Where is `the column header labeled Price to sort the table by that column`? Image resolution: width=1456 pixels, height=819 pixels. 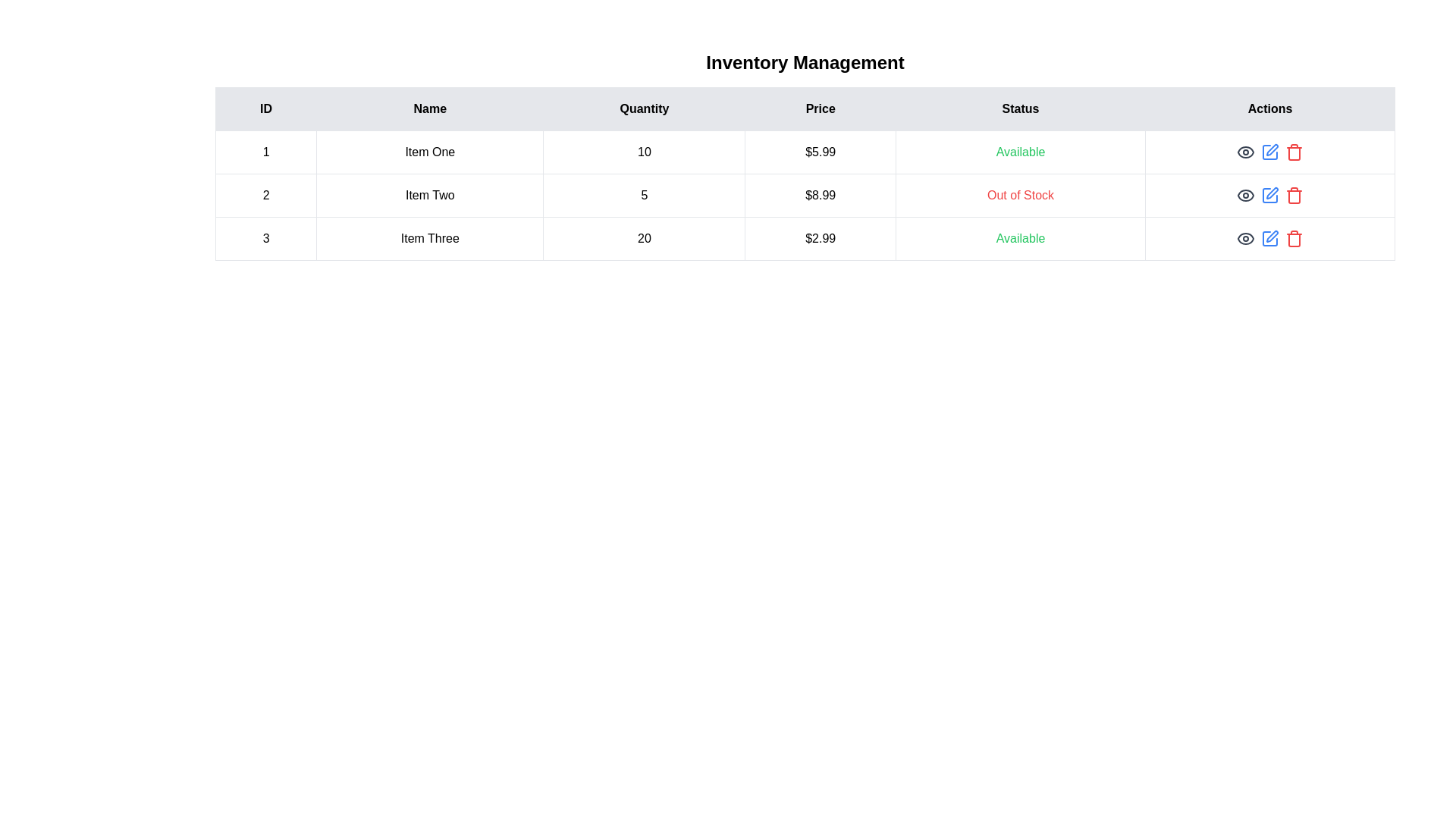
the column header labeled Price to sort the table by that column is located at coordinates (819, 108).